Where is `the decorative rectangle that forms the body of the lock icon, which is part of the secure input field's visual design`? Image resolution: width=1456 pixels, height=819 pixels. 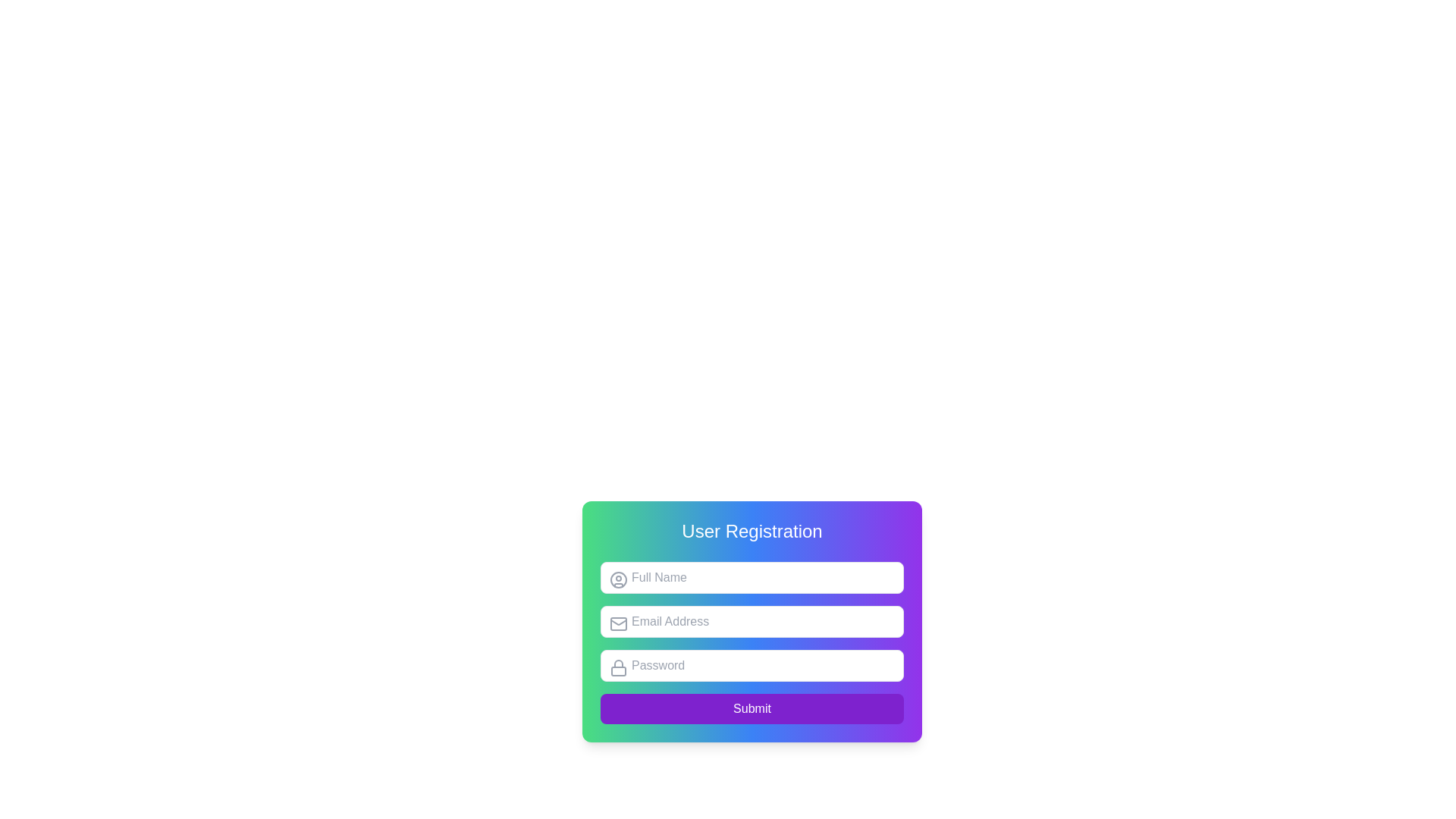 the decorative rectangle that forms the body of the lock icon, which is part of the secure input field's visual design is located at coordinates (619, 670).